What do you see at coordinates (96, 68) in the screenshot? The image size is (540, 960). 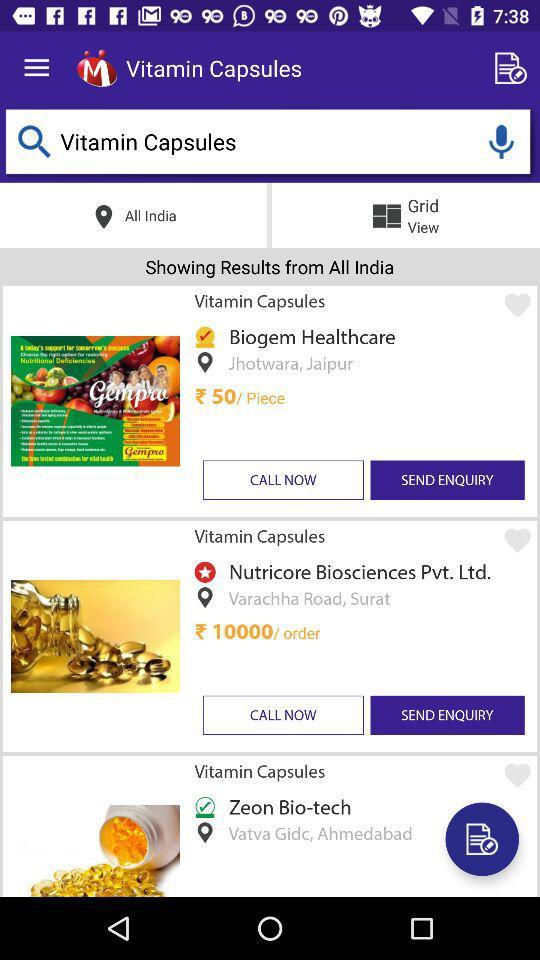 I see `click on logo` at bounding box center [96, 68].